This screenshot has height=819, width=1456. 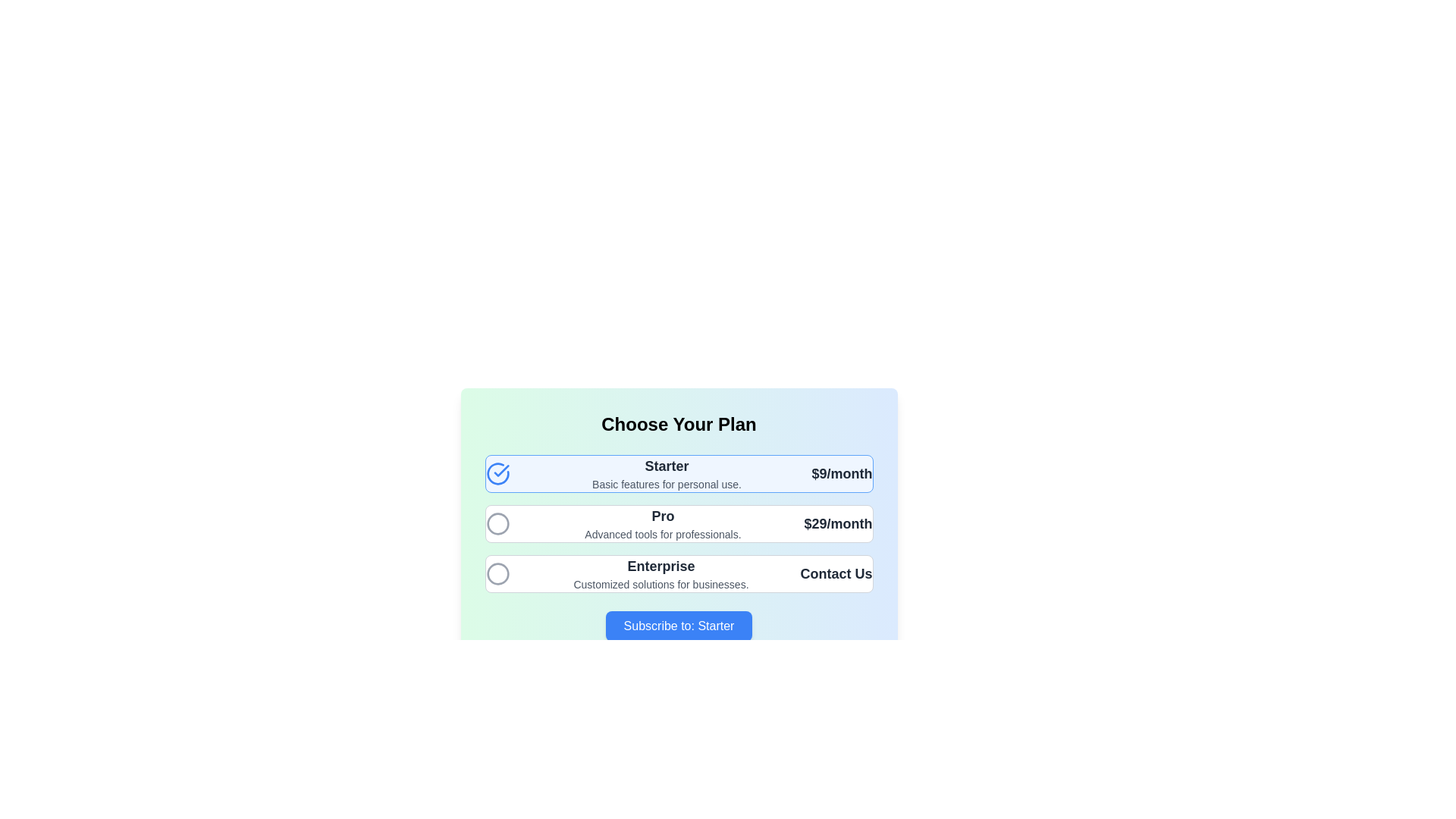 I want to click on the circular checkbox with a blue outline and a centered checkmark, so click(x=497, y=472).